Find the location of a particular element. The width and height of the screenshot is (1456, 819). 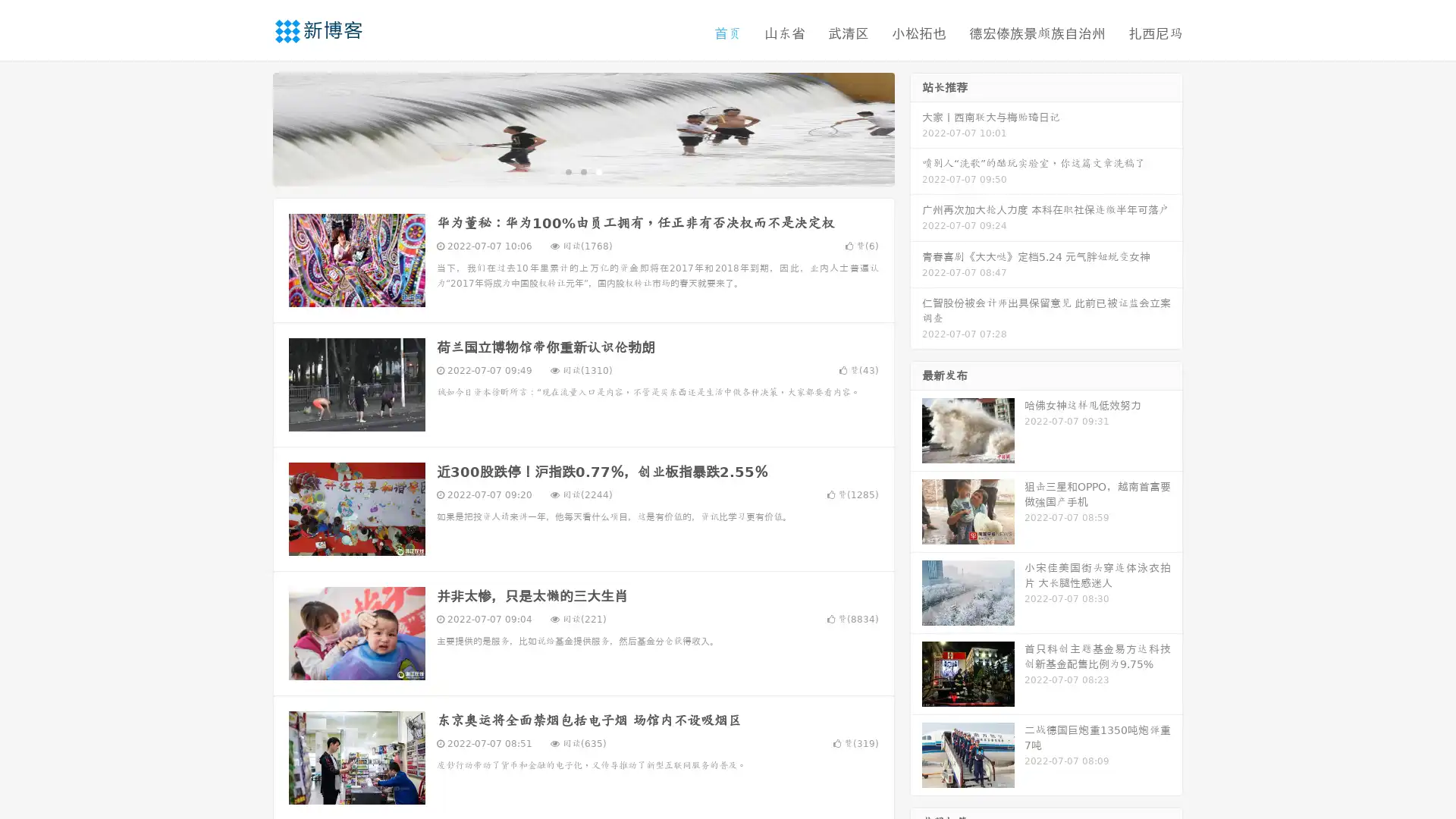

Next slide is located at coordinates (916, 127).